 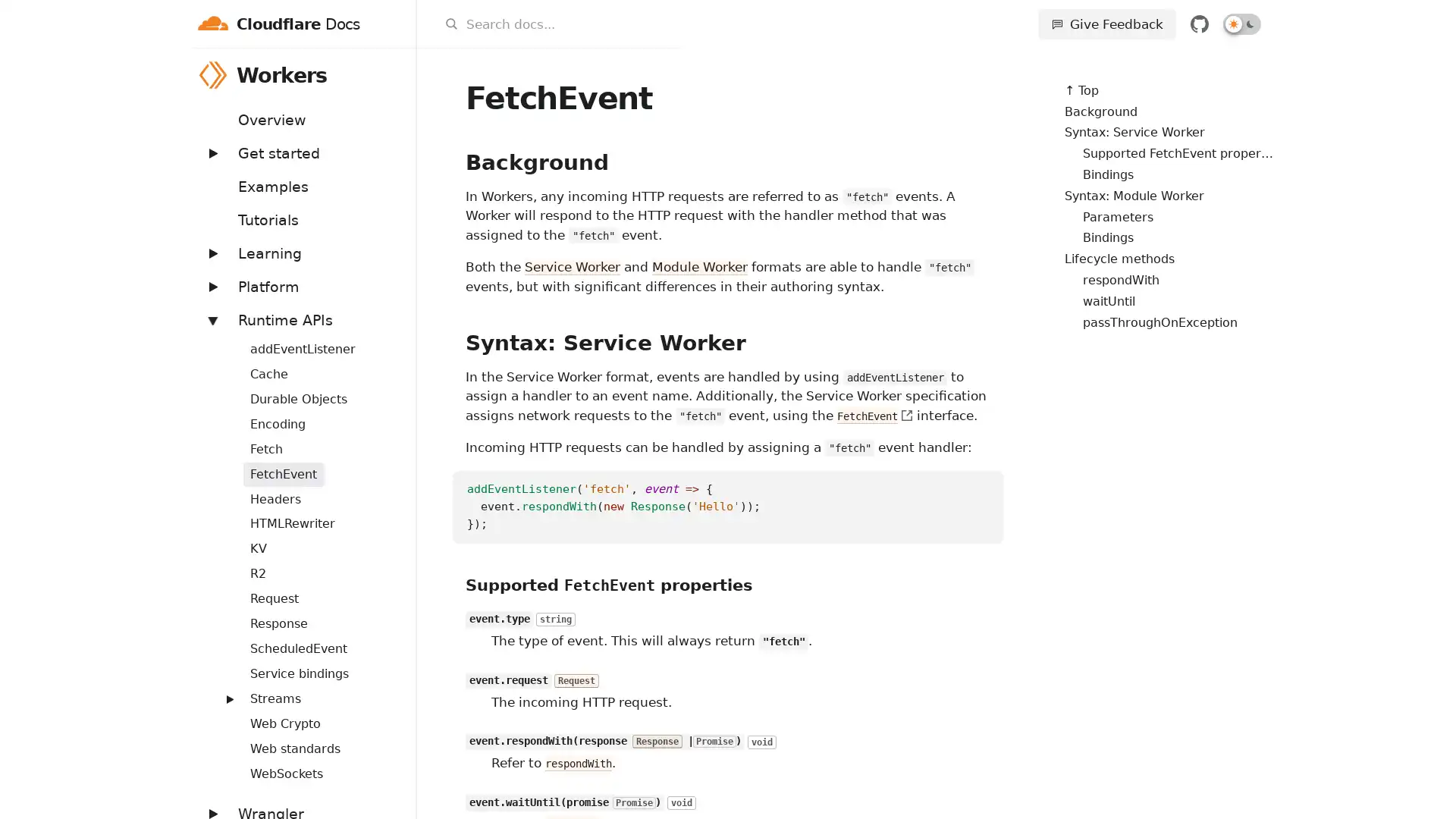 I want to click on Expand: Routing, so click(x=221, y=640).